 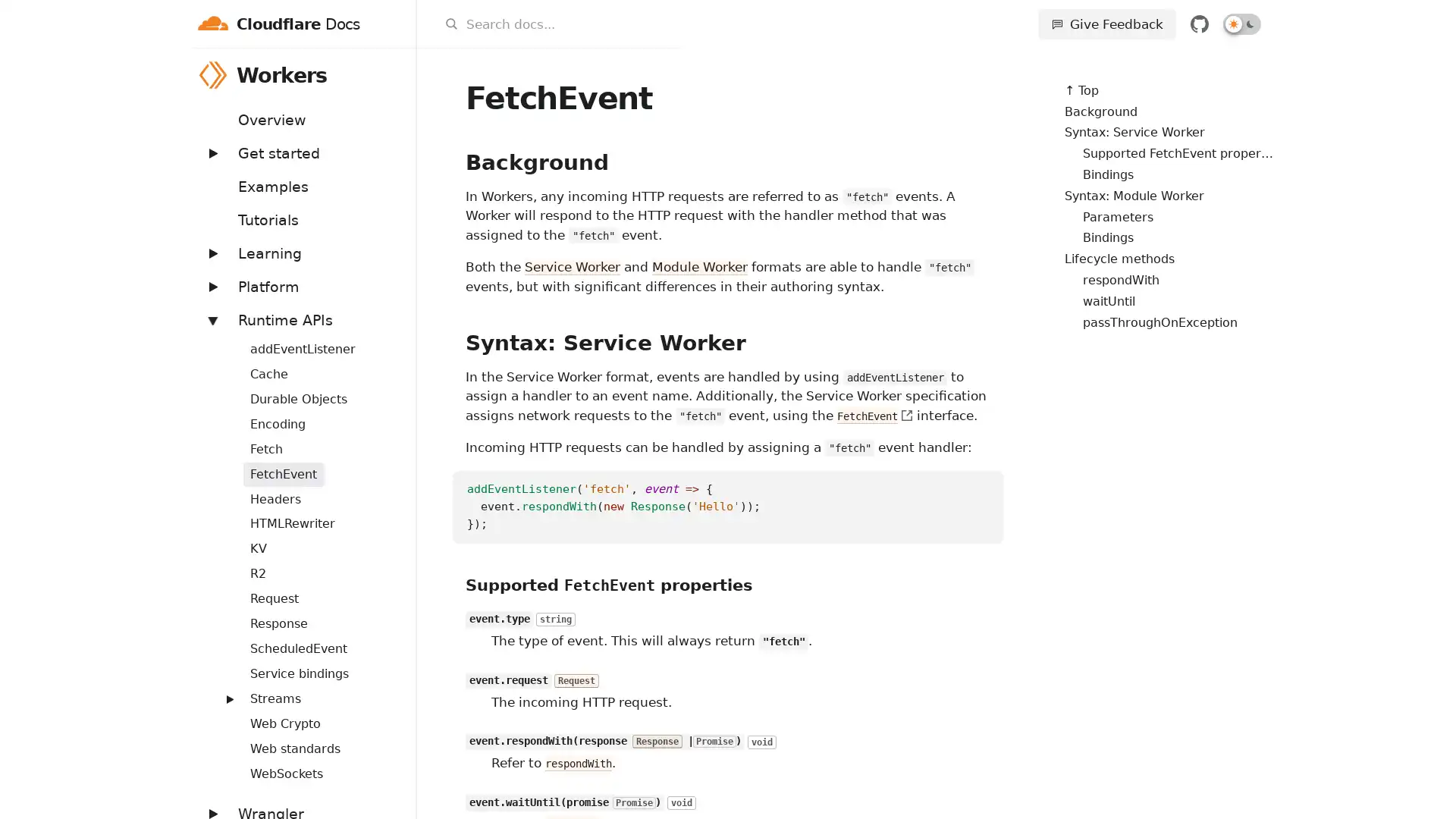 I want to click on Expand: Routing, so click(x=221, y=640).